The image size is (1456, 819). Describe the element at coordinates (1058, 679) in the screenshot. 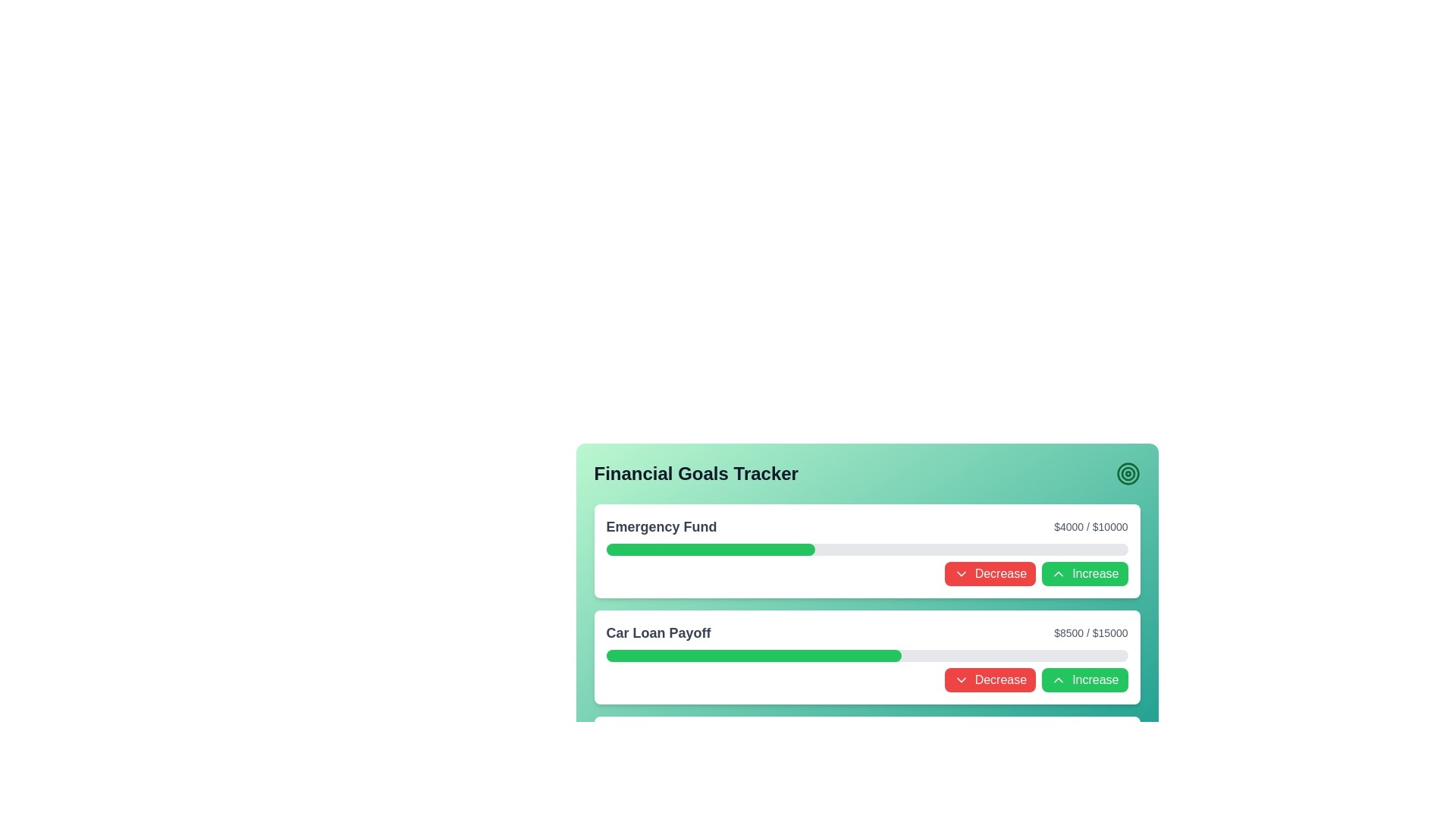

I see `the 'Increase' button that contains the icon for increasing a numerical value in the 'Car Loan Payoff' section of the financial tracker interface` at that location.